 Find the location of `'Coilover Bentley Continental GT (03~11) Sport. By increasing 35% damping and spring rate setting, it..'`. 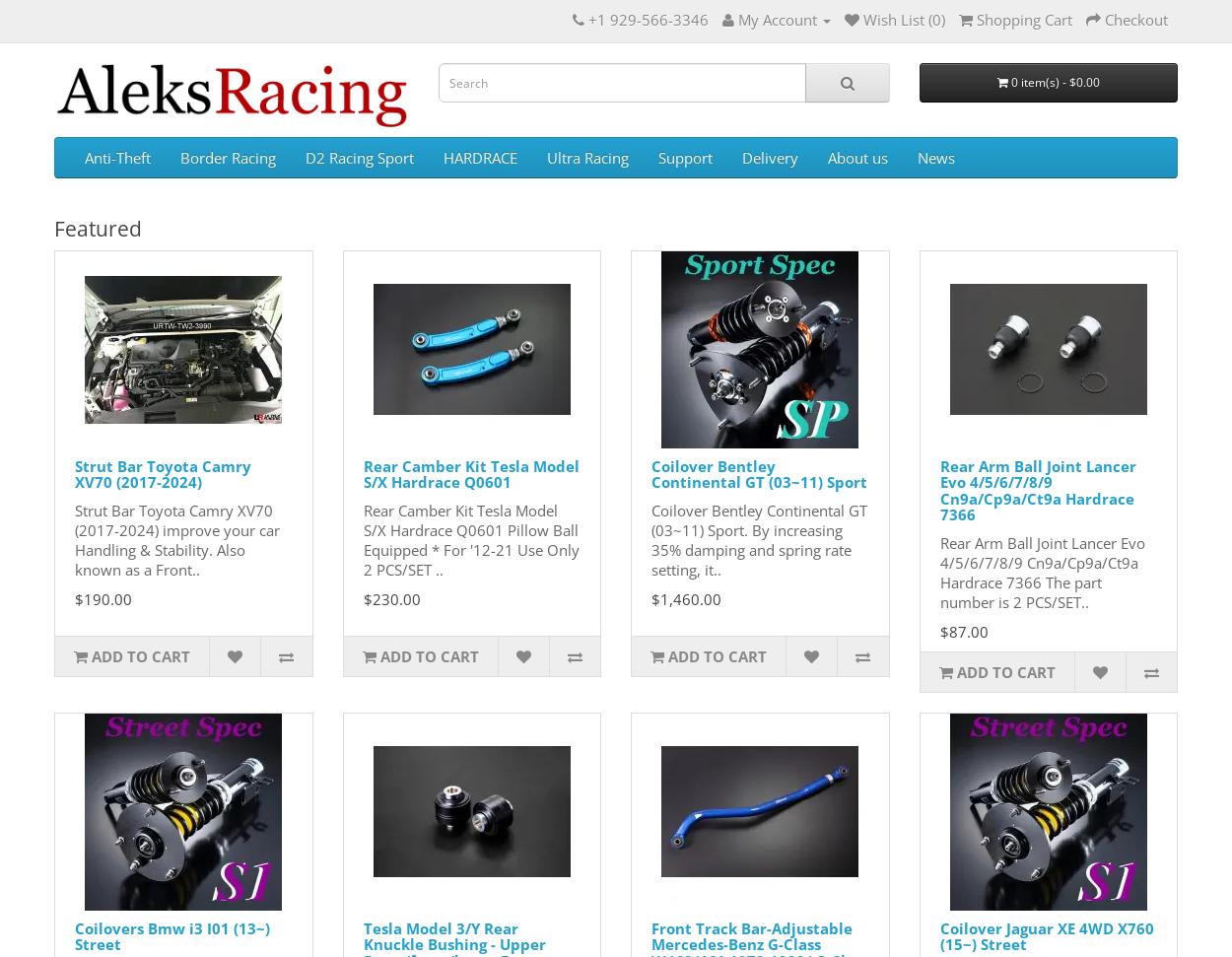

'Coilover Bentley Continental GT (03~11) Sport. By increasing 35% damping and spring rate setting, it..' is located at coordinates (651, 538).